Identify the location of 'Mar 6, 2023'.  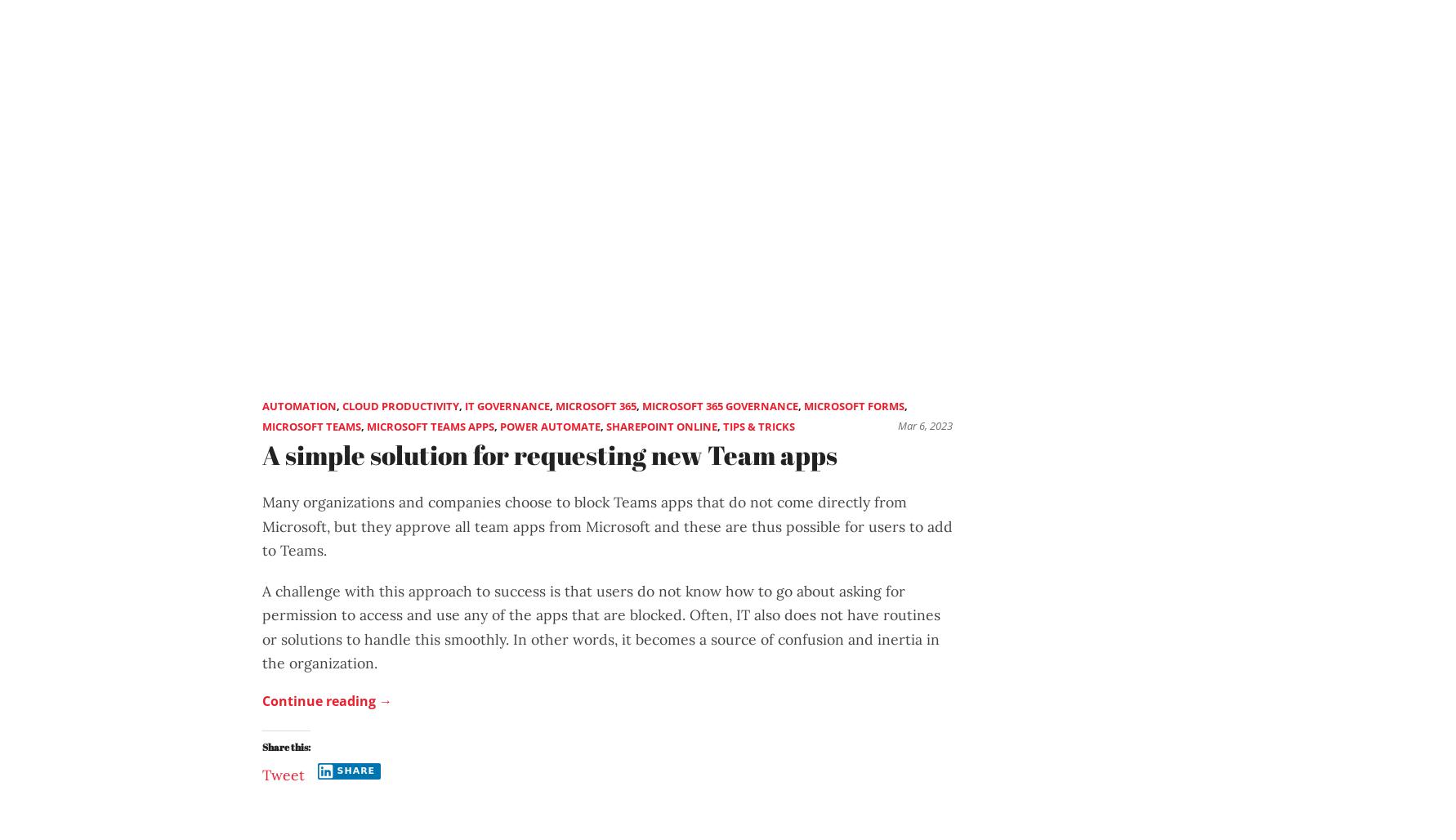
(925, 424).